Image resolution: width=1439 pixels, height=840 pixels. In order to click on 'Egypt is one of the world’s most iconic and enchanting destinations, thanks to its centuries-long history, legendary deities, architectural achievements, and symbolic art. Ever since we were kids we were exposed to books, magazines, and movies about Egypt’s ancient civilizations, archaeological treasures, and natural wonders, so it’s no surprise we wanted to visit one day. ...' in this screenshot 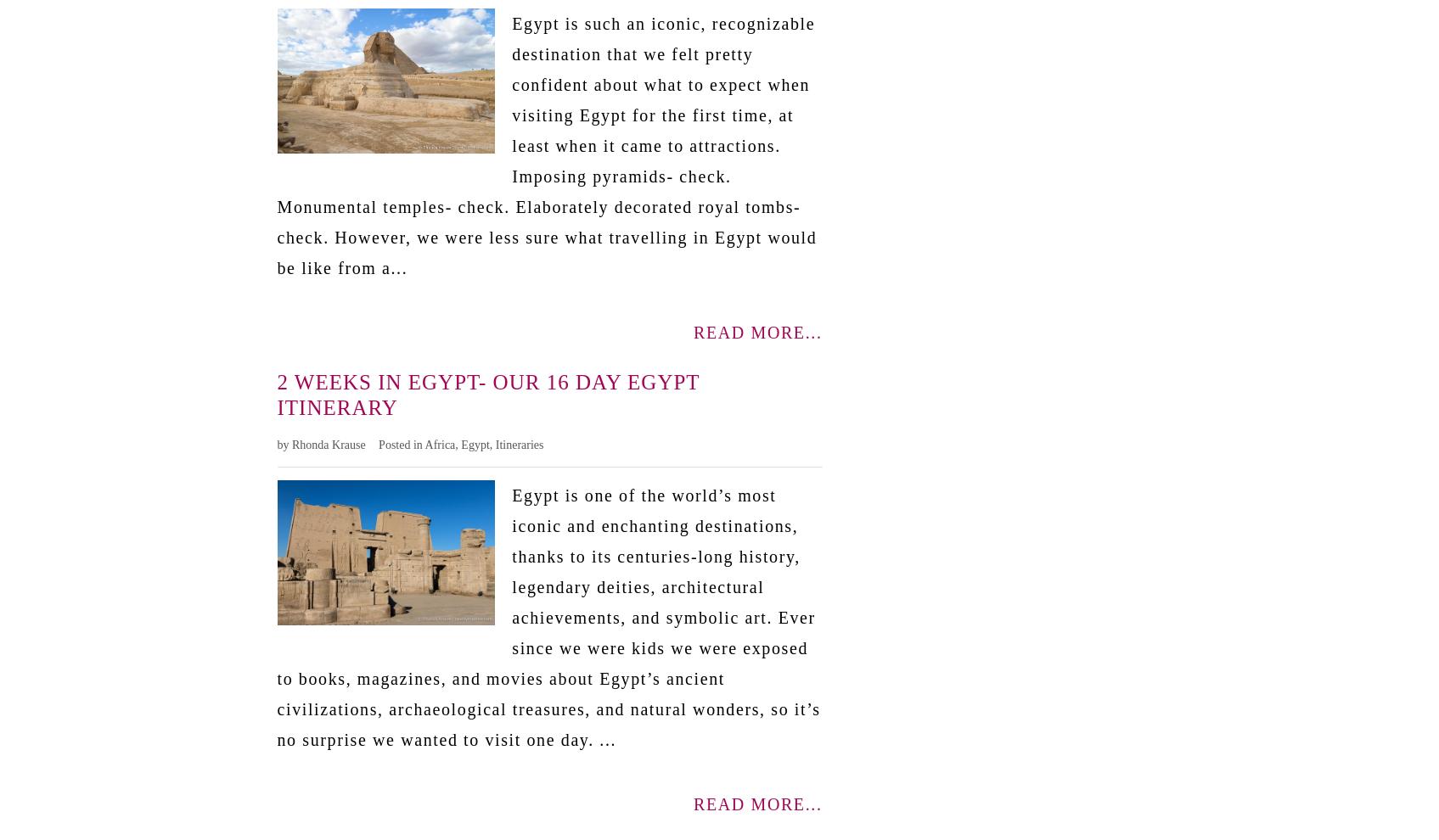, I will do `click(547, 615)`.